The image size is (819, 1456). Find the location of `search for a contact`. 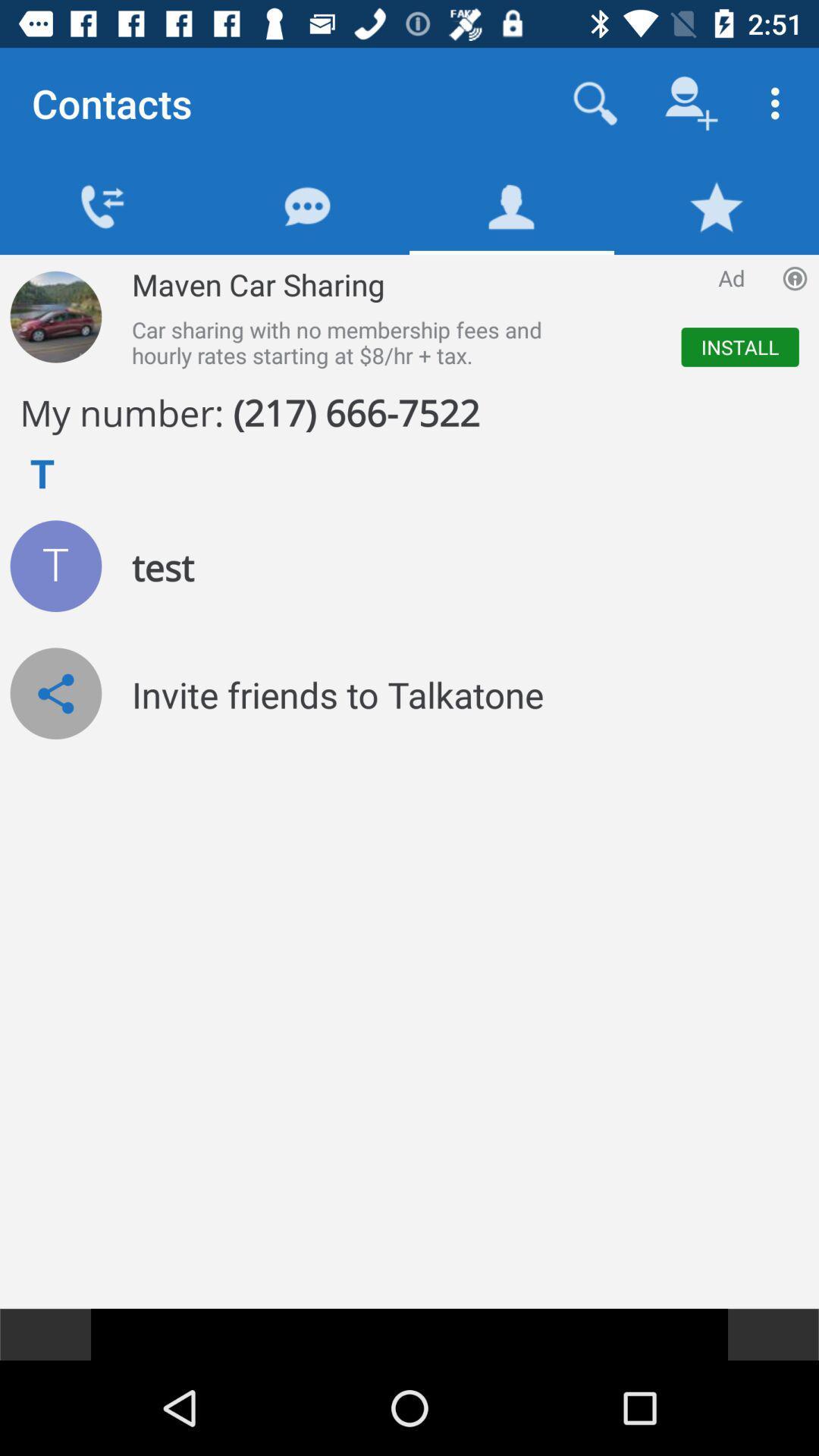

search for a contact is located at coordinates (595, 102).